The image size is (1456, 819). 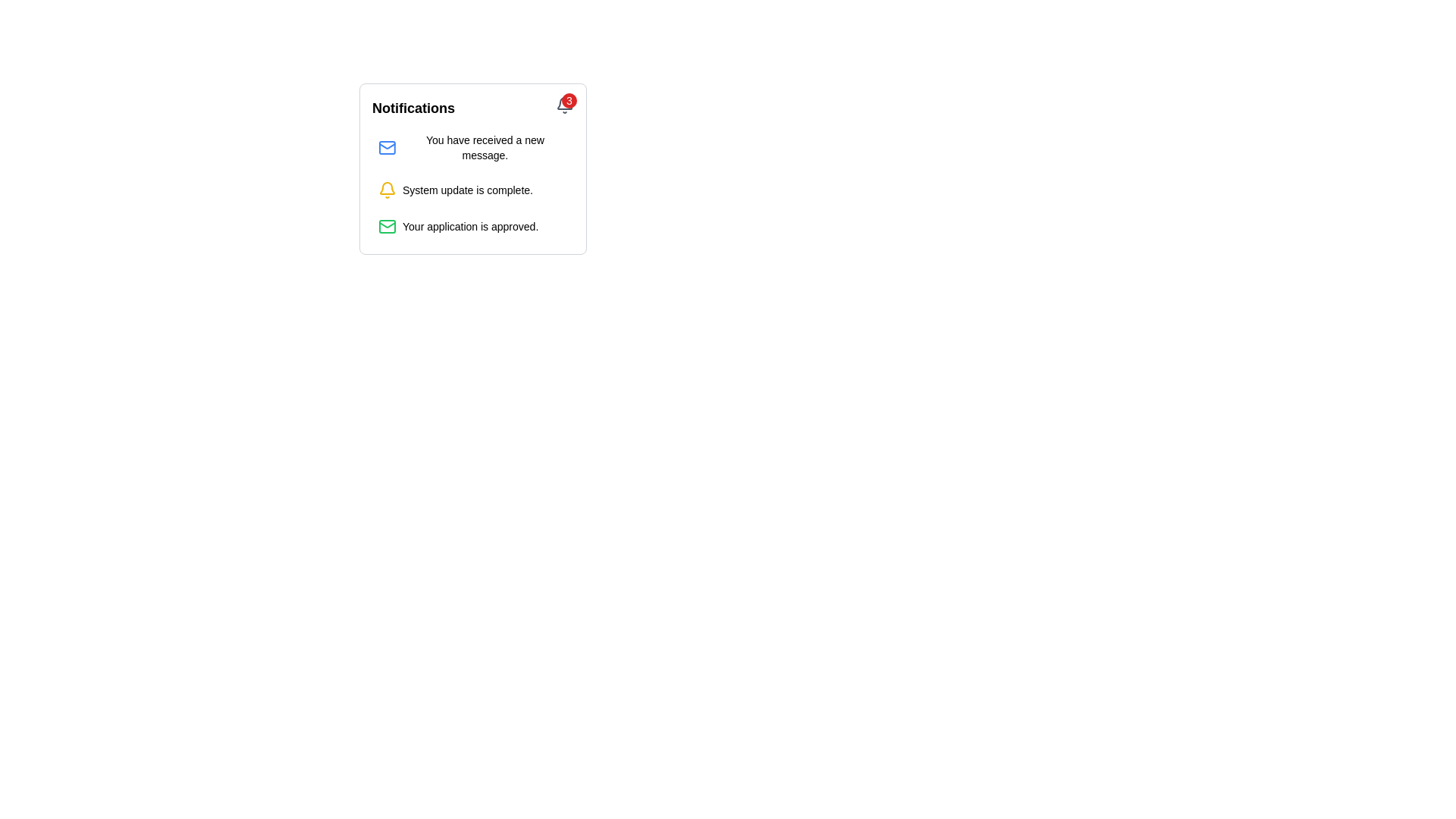 I want to click on the notification entry that indicates 'Your application is approved.' which features a green envelope icon on the left, so click(x=472, y=227).